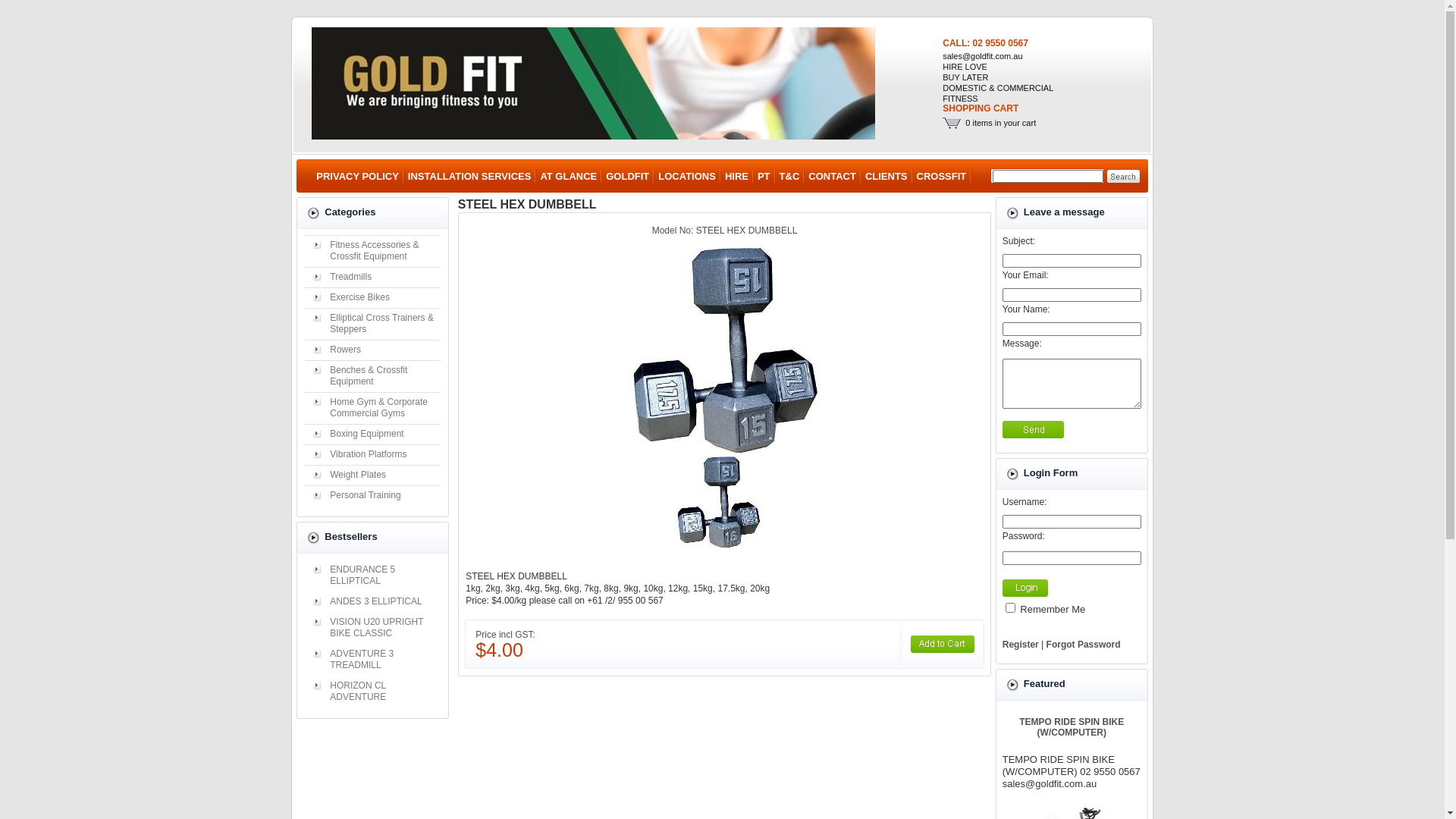  Describe the element at coordinates (372, 659) in the screenshot. I see `'ADVENTURE 3 TREADMILL'` at that location.